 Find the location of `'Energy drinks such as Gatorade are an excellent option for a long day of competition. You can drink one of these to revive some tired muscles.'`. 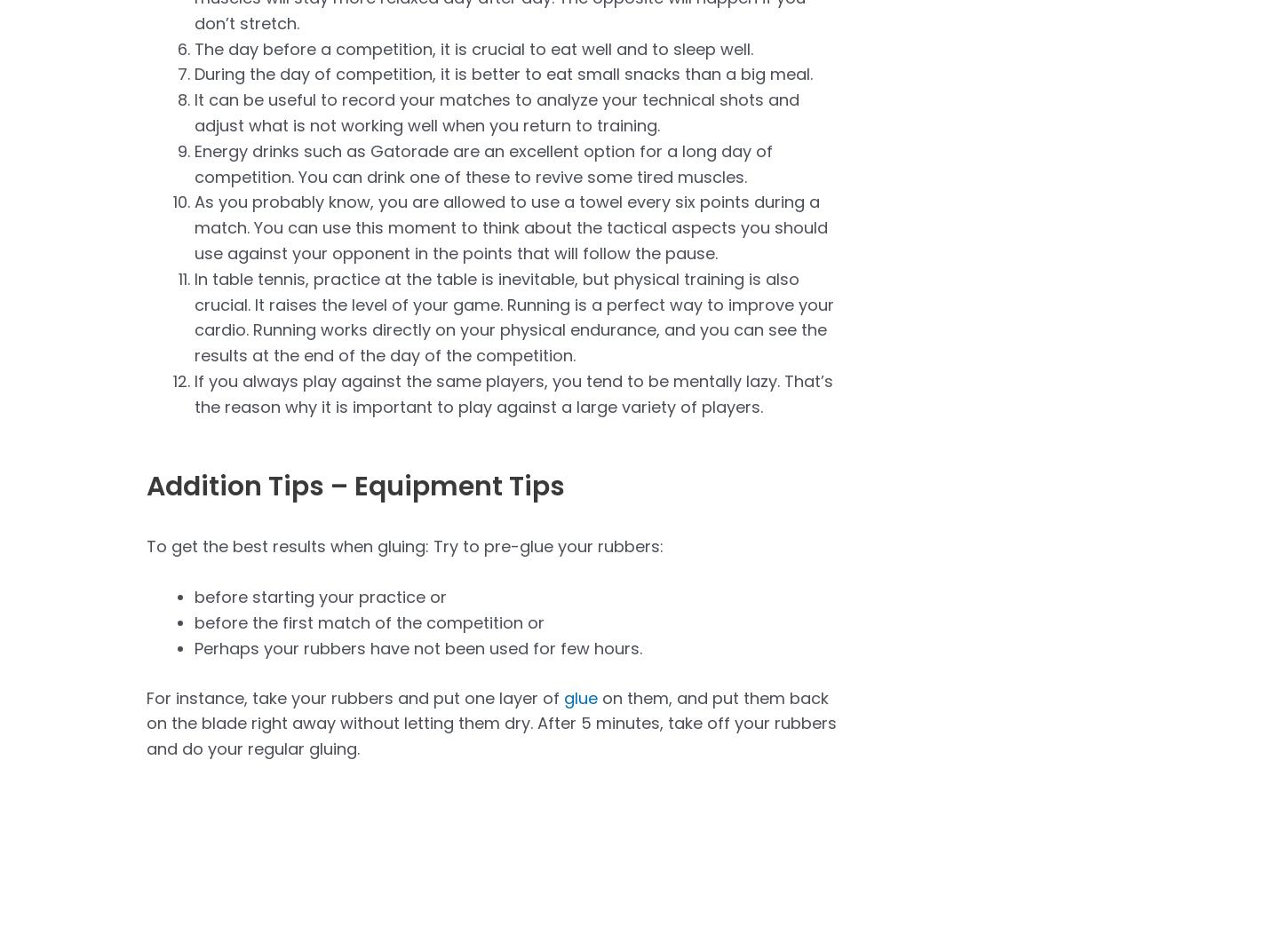

'Energy drinks such as Gatorade are an excellent option for a long day of competition. You can drink one of these to revive some tired muscles.' is located at coordinates (483, 162).